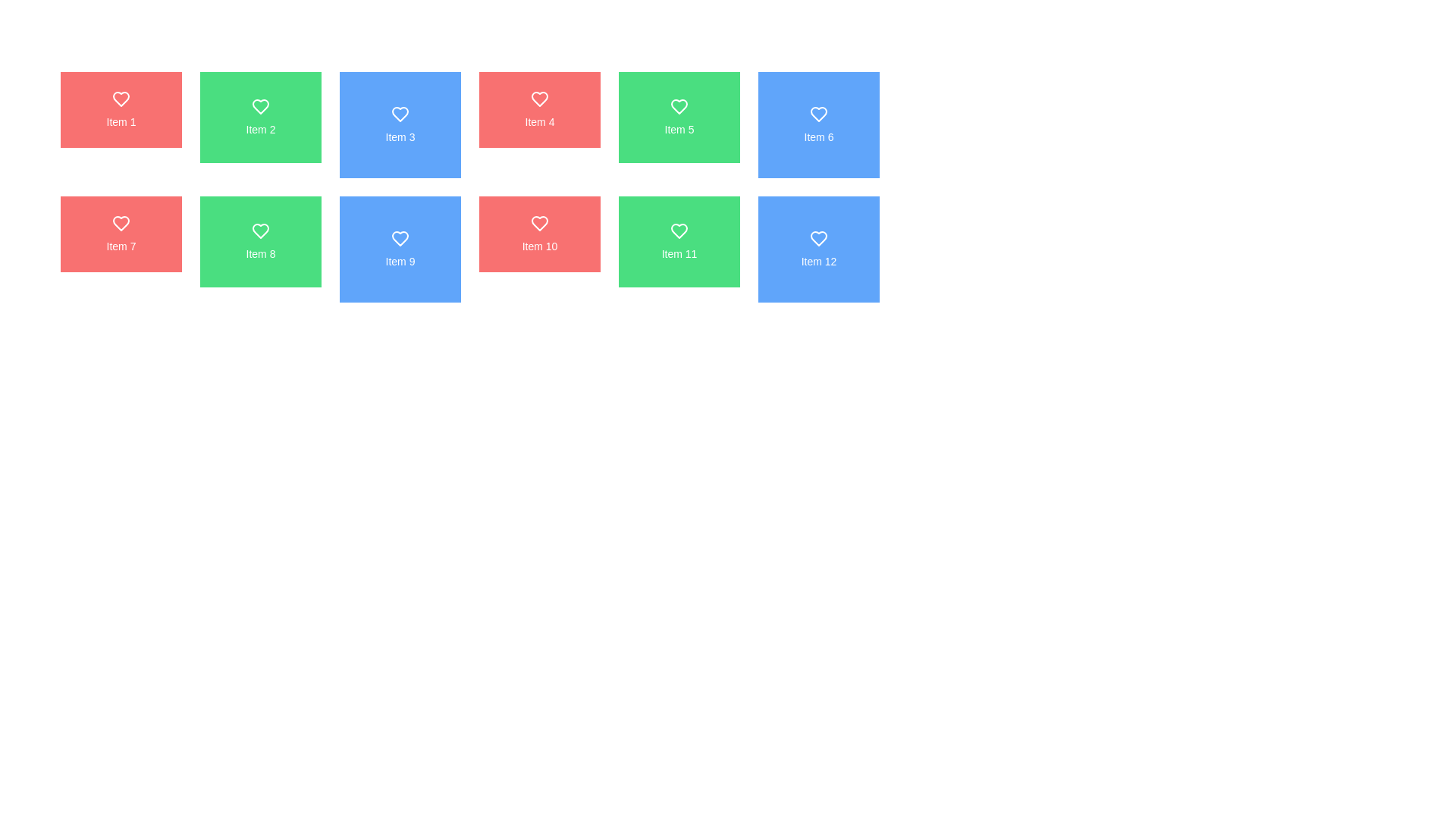 The width and height of the screenshot is (1456, 819). I want to click on the text label displaying 'Item 1' which is styled with a white font on a red background, located below a heart icon in the top-left corner of the grid, so click(120, 121).